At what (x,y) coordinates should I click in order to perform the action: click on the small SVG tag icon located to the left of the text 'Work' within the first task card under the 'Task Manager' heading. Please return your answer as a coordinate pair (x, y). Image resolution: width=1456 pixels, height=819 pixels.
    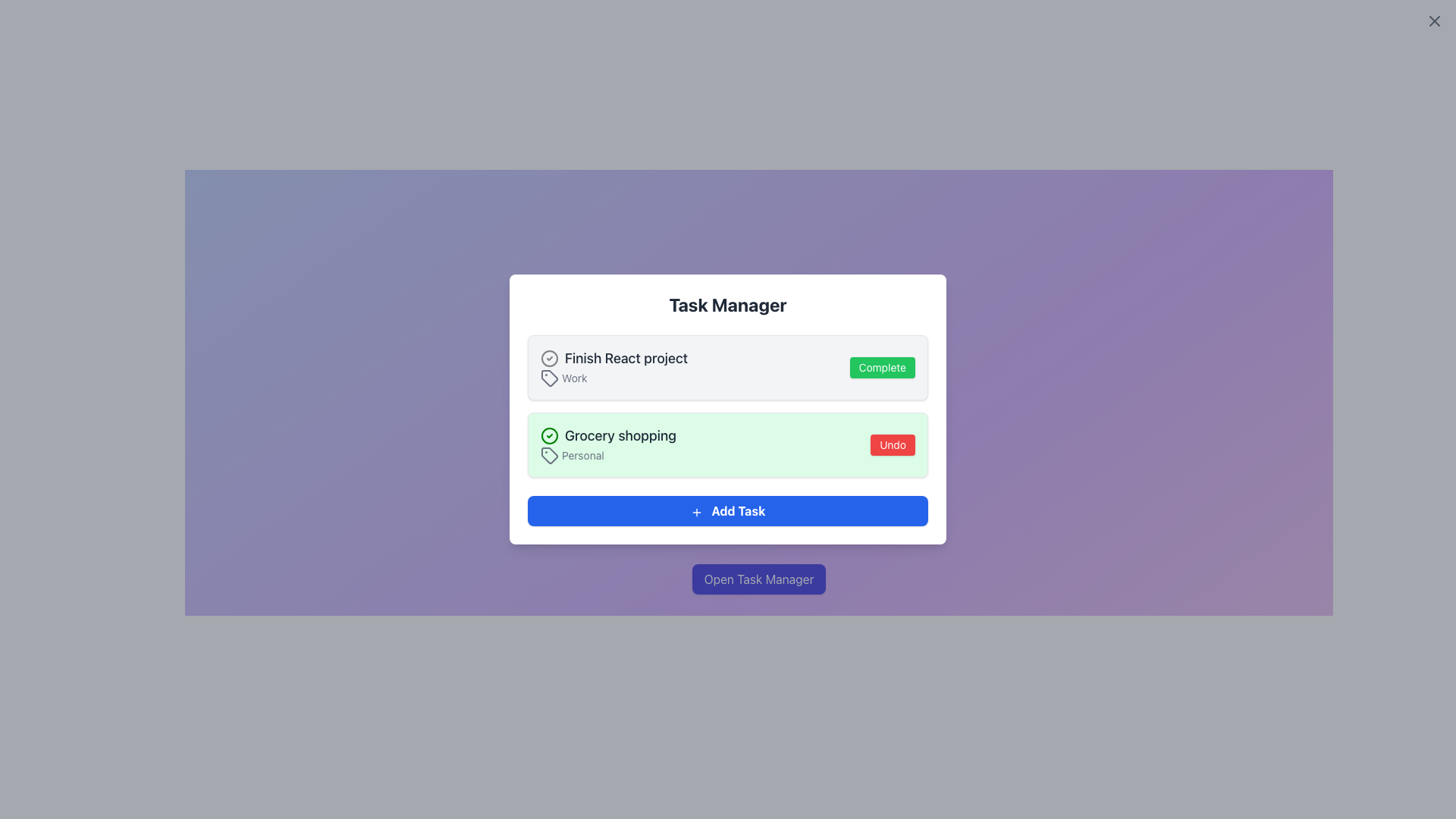
    Looking at the image, I should click on (548, 377).